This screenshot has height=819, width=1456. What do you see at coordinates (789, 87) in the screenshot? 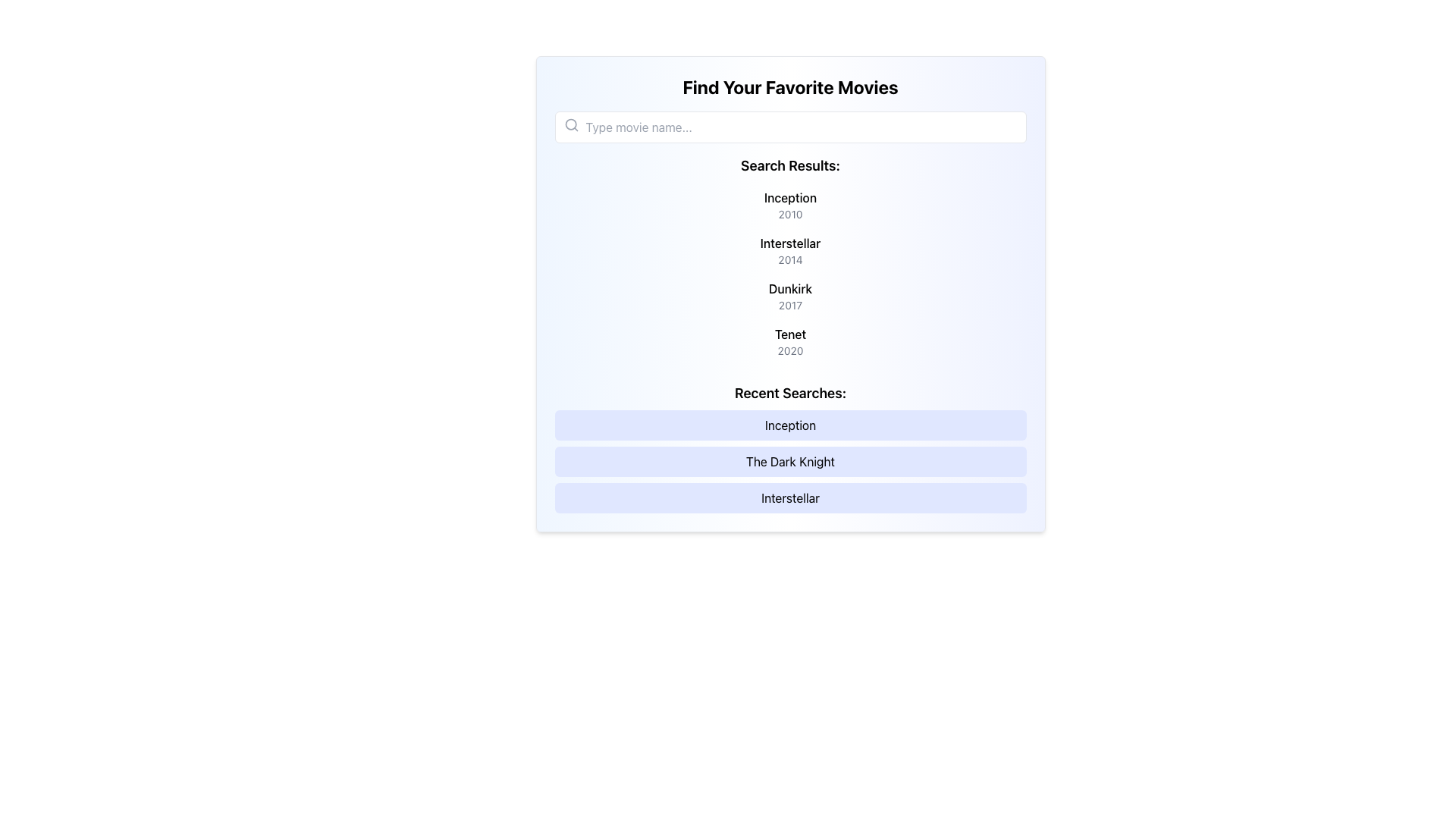
I see `the centered, bold, large-sized text that reads 'Find Your Favorite Movies', which is positioned at the top center of the interface above the search bar` at bounding box center [789, 87].